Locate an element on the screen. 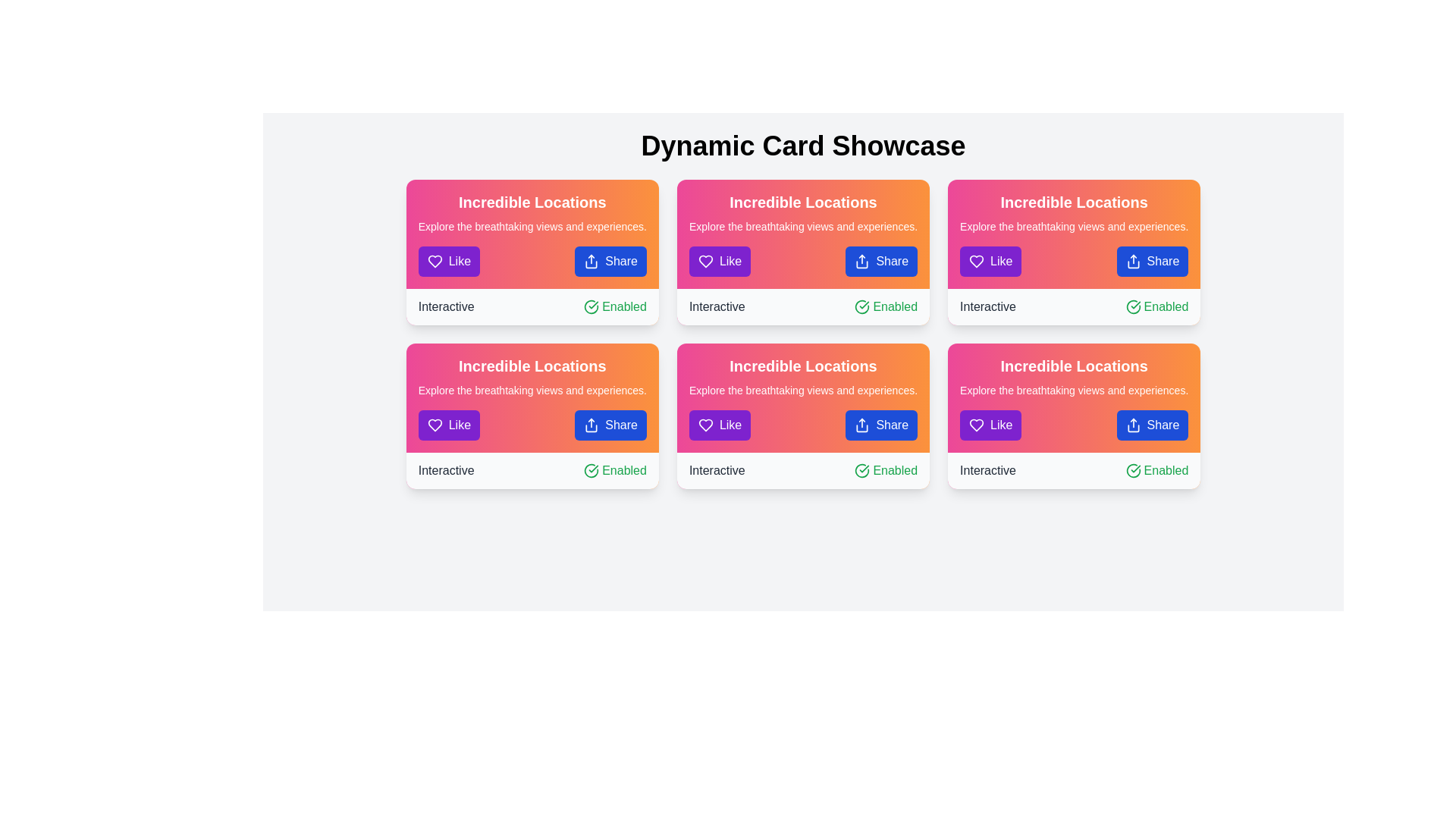  the 'Share' button, which is a rectangular button with rounded corners and a solid blue background, located to the right of the purple 'Like' button at the bottom of a card layout is located at coordinates (881, 425).